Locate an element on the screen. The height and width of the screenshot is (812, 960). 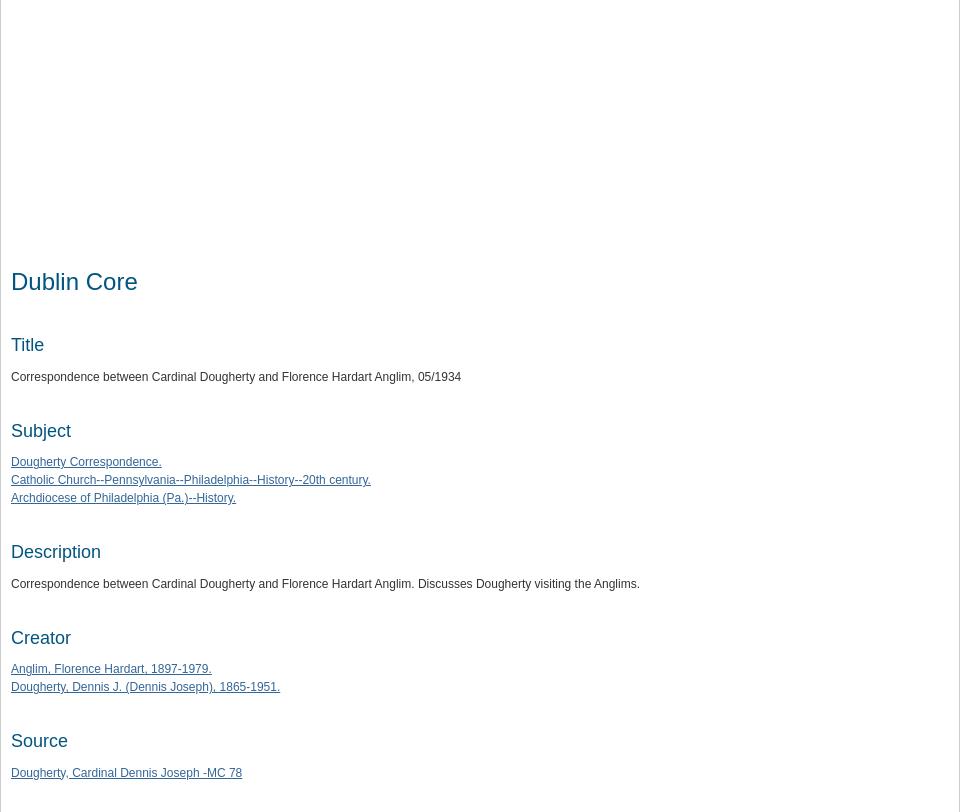
'Archdiocese of Philadelphia (Pa.)--History.' is located at coordinates (122, 496).